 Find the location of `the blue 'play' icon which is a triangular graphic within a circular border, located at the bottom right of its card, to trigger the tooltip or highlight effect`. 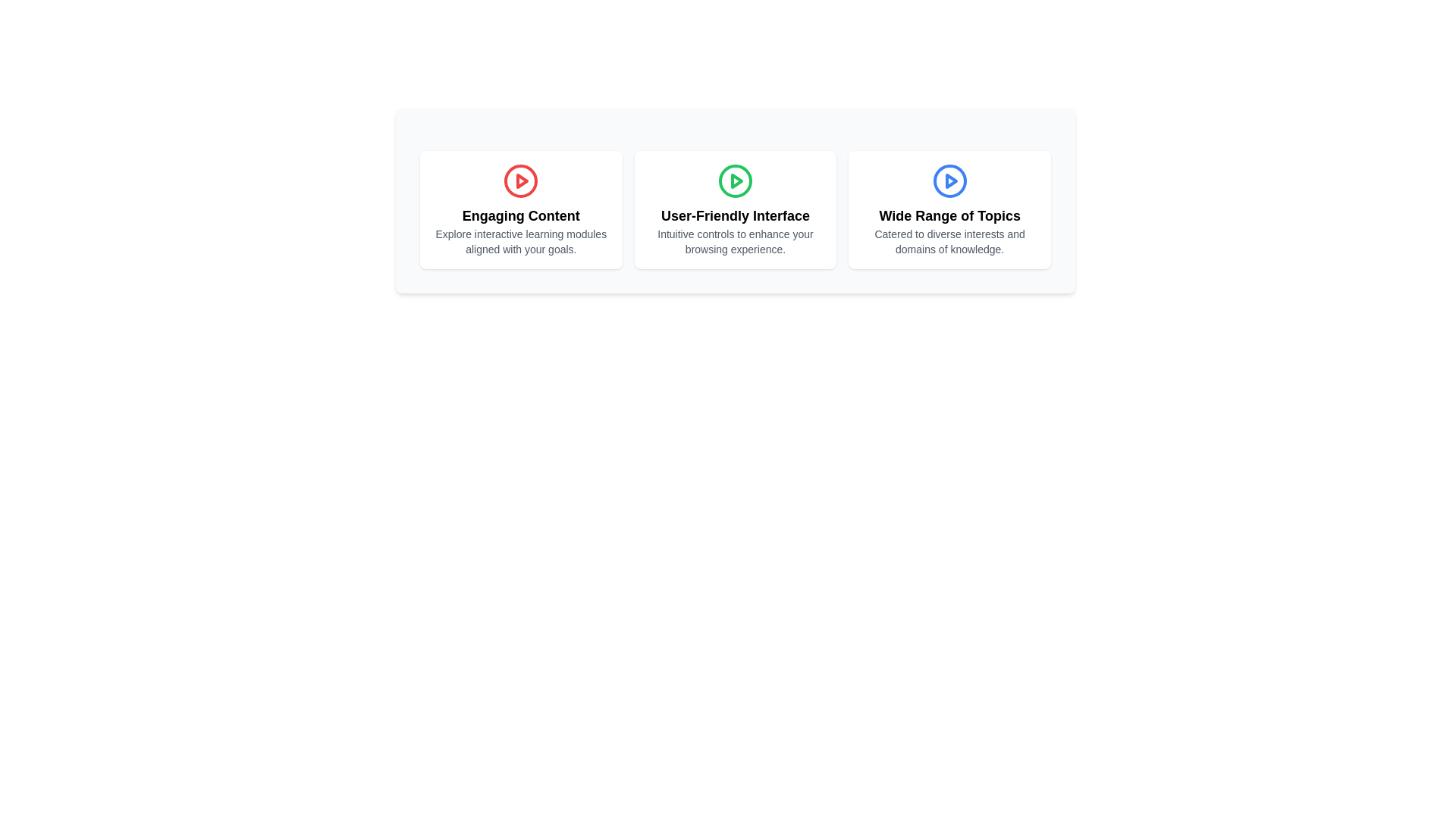

the blue 'play' icon which is a triangular graphic within a circular border, located at the bottom right of its card, to trigger the tooltip or highlight effect is located at coordinates (950, 180).